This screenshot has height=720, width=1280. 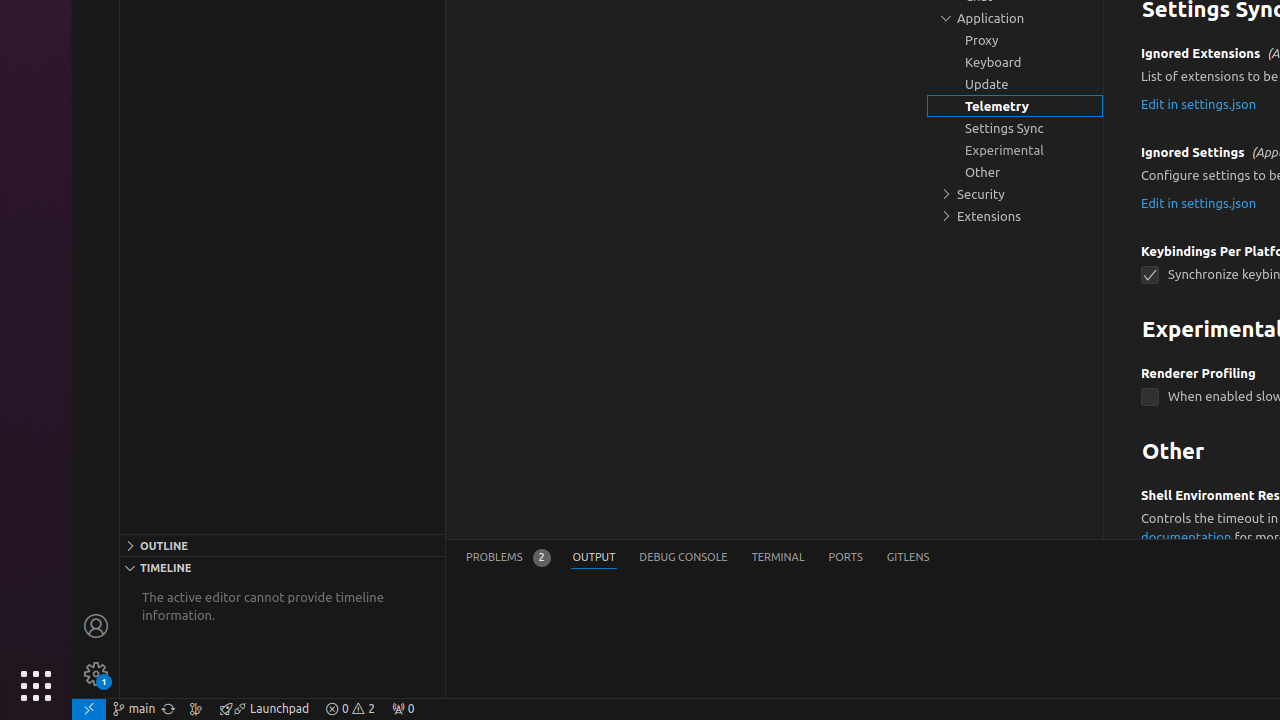 I want to click on 'OSWorld (Git) - main, Checkout Branch/Tag...', so click(x=133, y=707).